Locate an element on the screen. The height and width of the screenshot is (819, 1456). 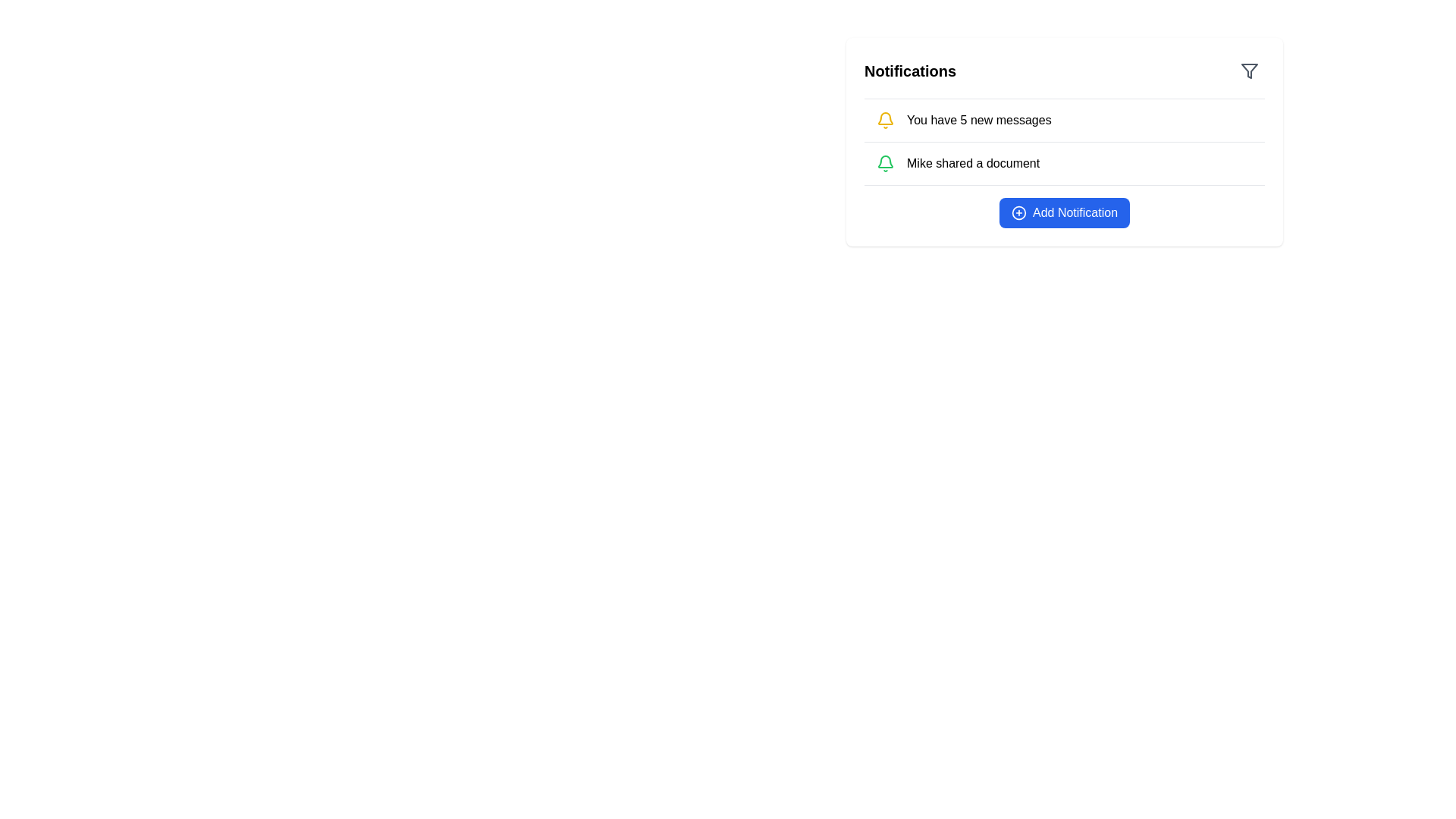
the rectangular button with rounded corners that has a bright blue background and white text reading 'Add Notification', located at the bottom center of the notification card is located at coordinates (1063, 213).